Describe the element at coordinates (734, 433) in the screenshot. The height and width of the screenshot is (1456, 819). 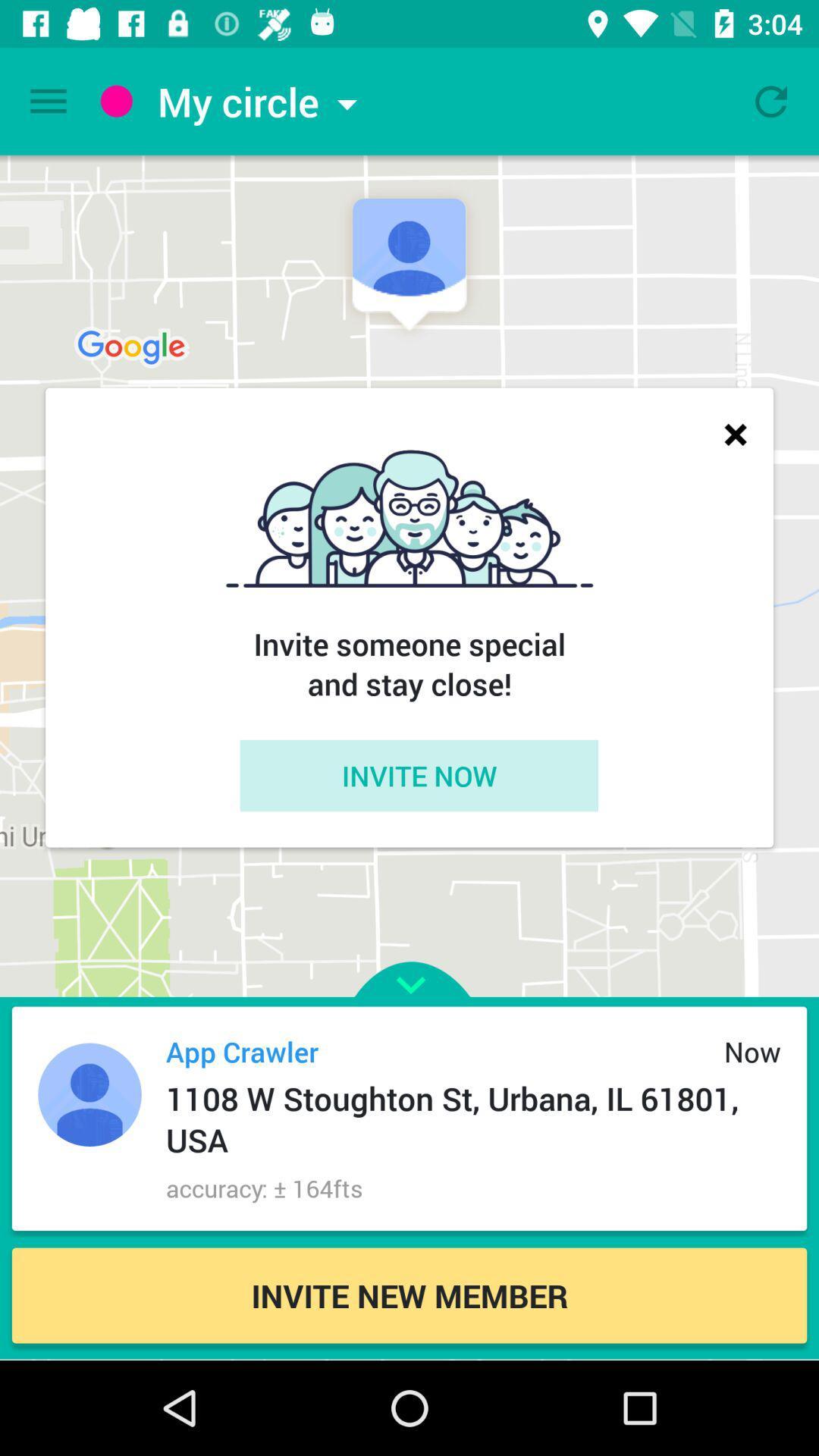
I see `icon above the invite someone special` at that location.